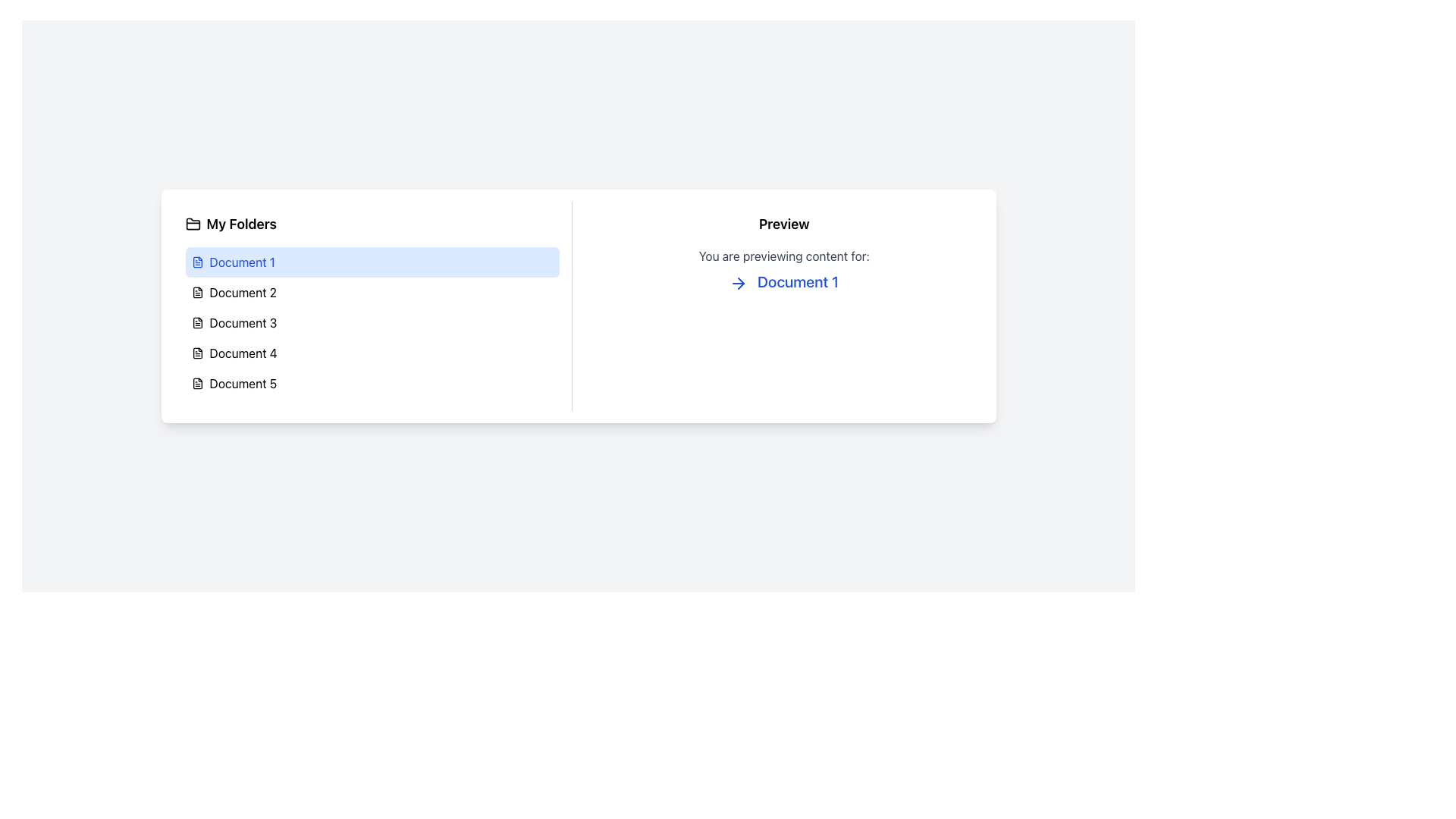 The width and height of the screenshot is (1456, 819). I want to click on the arrow icon located in the 'Preview' section, directly to the left of the 'Document 1' text, so click(741, 283).